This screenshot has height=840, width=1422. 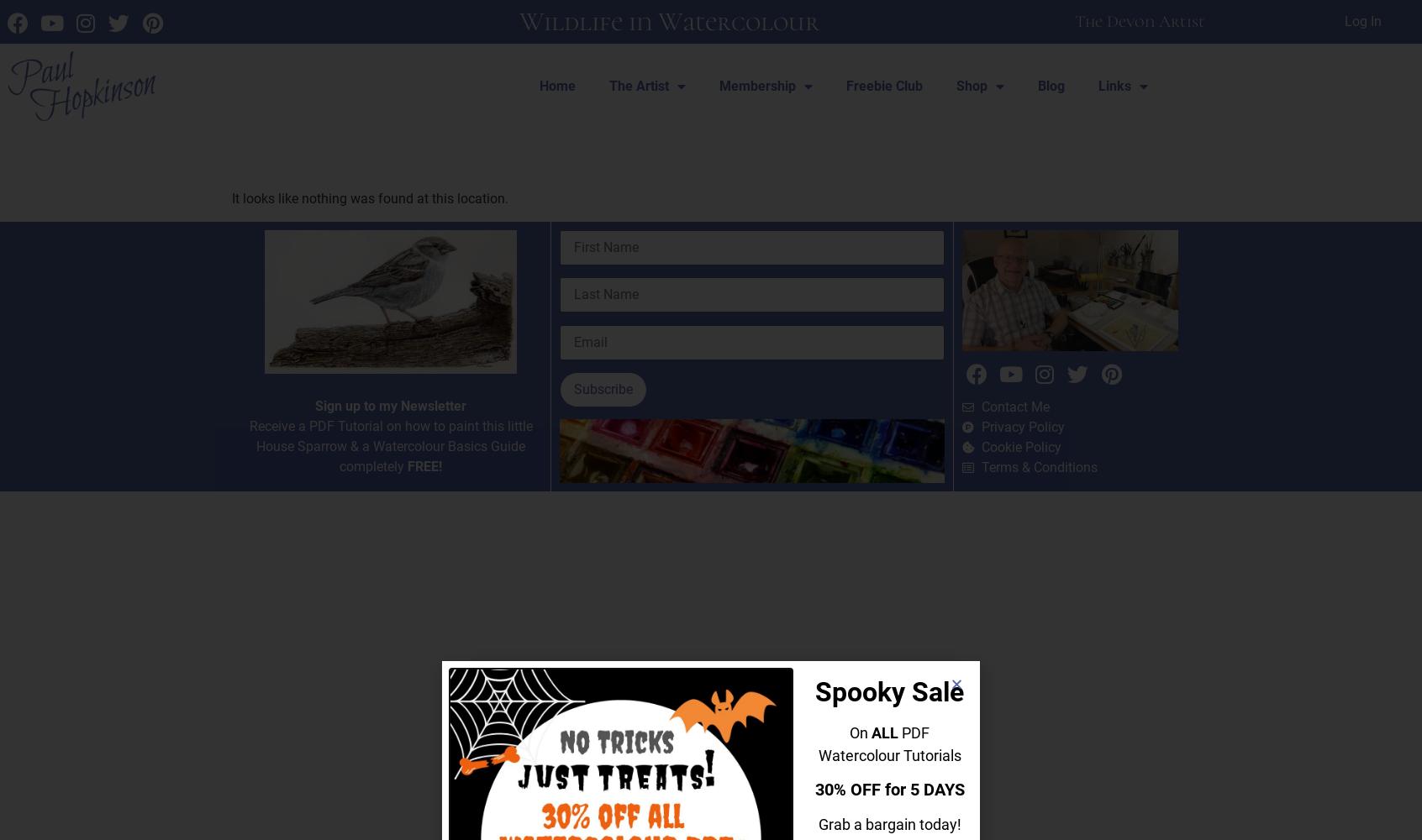 I want to click on 'The page can’t be found.', so click(x=416, y=155).